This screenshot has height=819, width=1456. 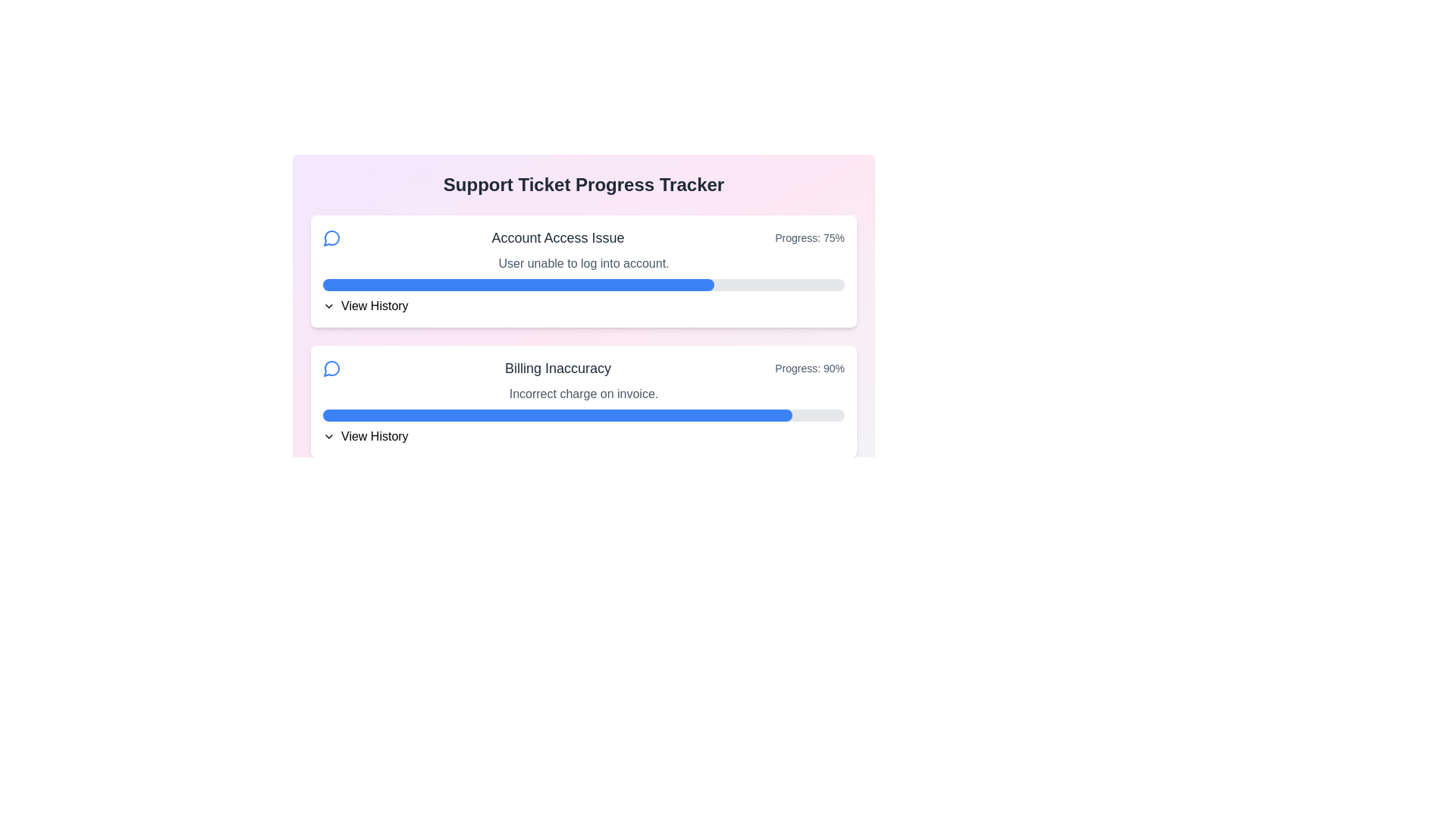 What do you see at coordinates (582, 262) in the screenshot?
I see `the second text label in the 'Account Access Issue' section` at bounding box center [582, 262].